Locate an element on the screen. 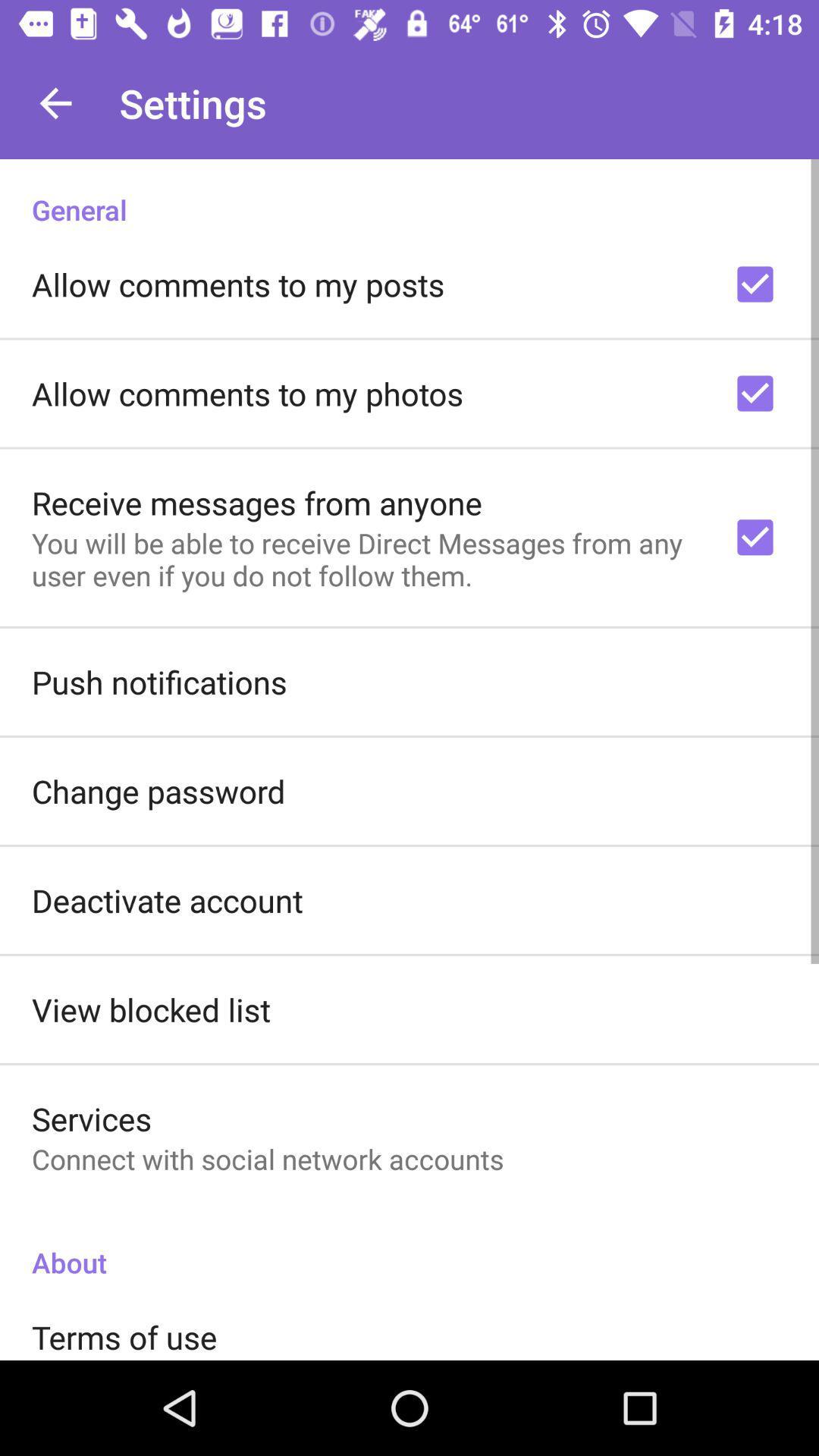 This screenshot has width=819, height=1456. item above general is located at coordinates (55, 102).